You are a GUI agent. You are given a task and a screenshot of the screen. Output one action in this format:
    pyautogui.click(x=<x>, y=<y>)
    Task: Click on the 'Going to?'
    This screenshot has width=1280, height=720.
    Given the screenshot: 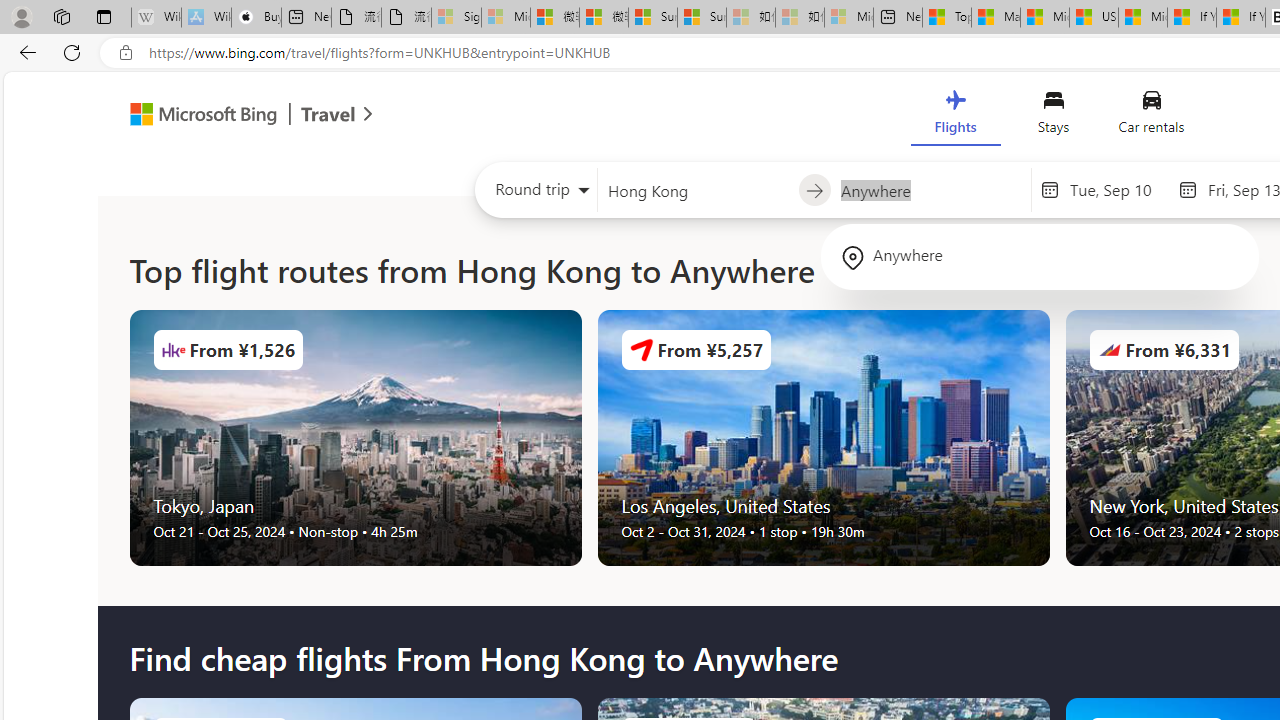 What is the action you would take?
    pyautogui.click(x=929, y=190)
    